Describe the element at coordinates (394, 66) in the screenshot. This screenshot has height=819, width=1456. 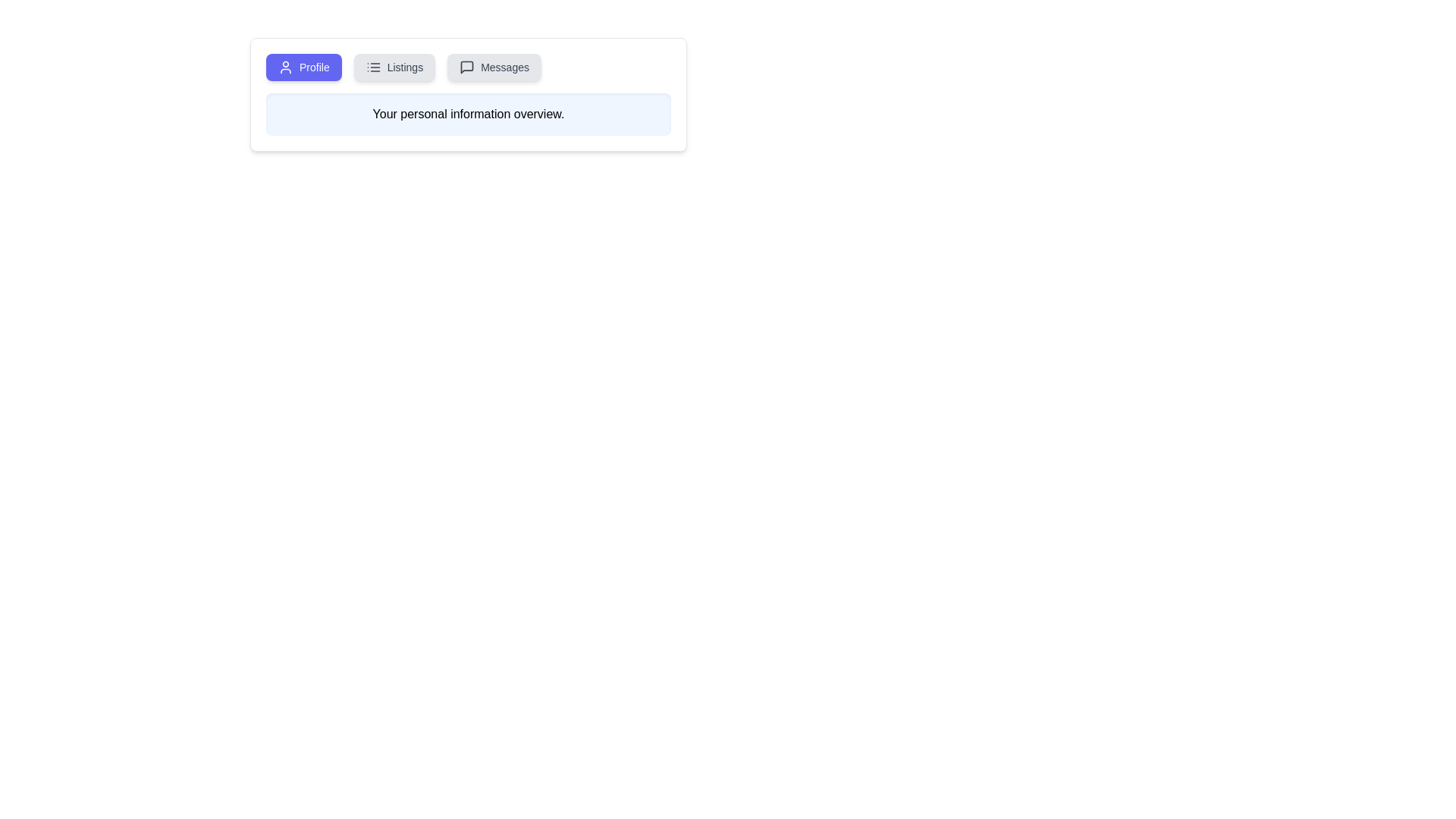
I see `the Listings tab by clicking on it` at that location.